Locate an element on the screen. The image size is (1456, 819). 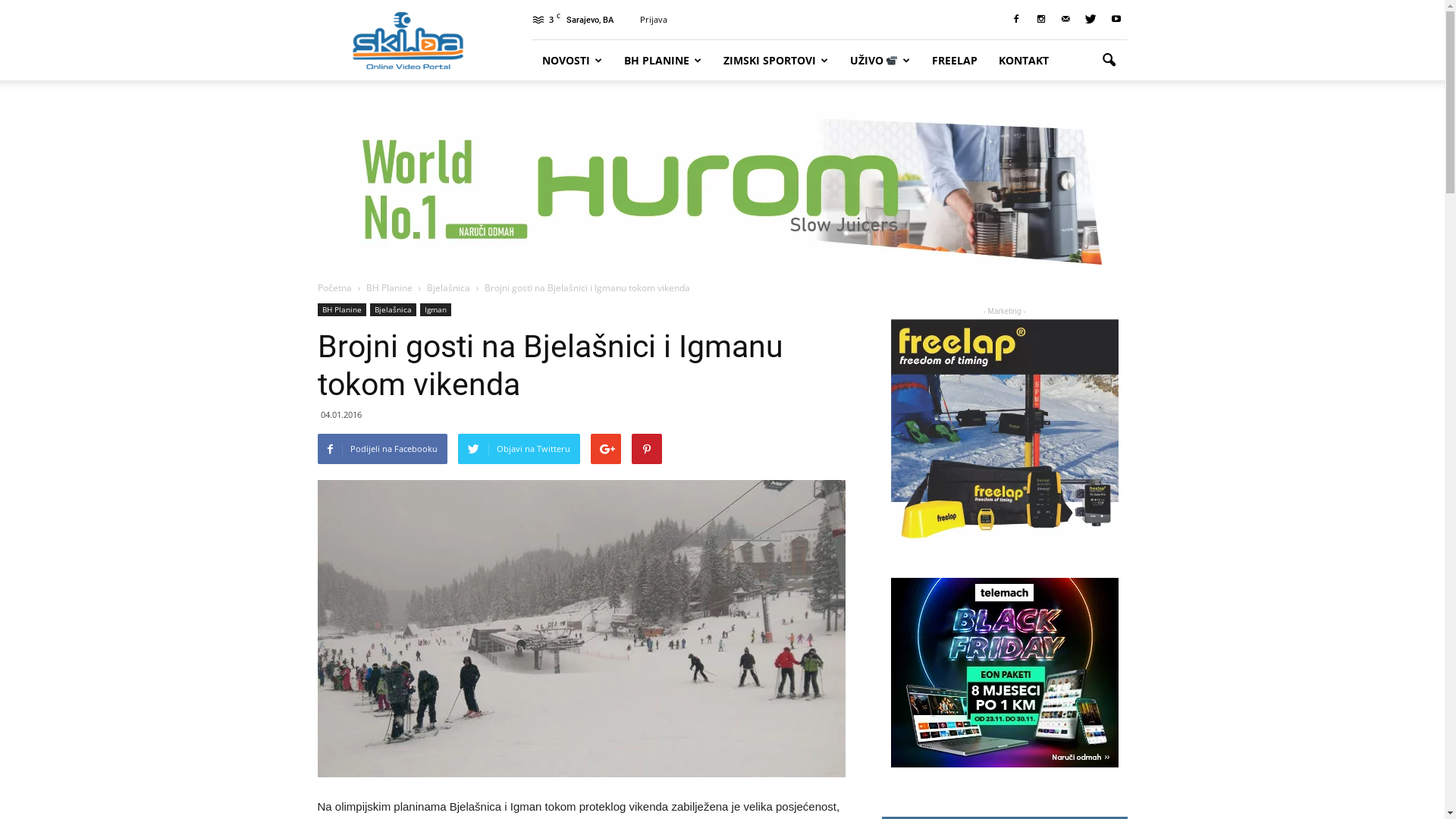
'ZIMSKI SPORTOVI' is located at coordinates (776, 59).